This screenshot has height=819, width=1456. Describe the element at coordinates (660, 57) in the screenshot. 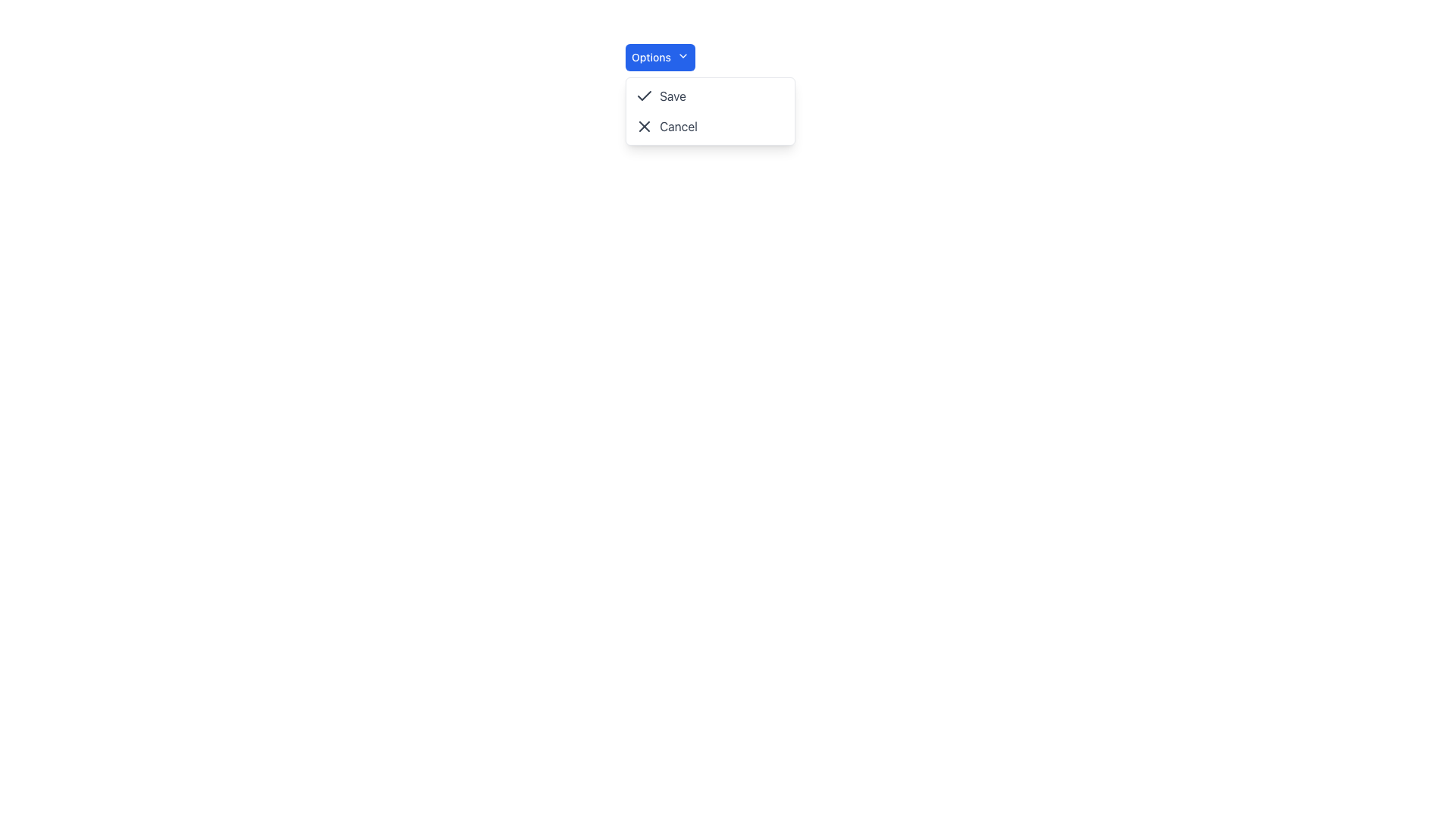

I see `the blue 'Options' button with white text and a chevron-down icon` at that location.